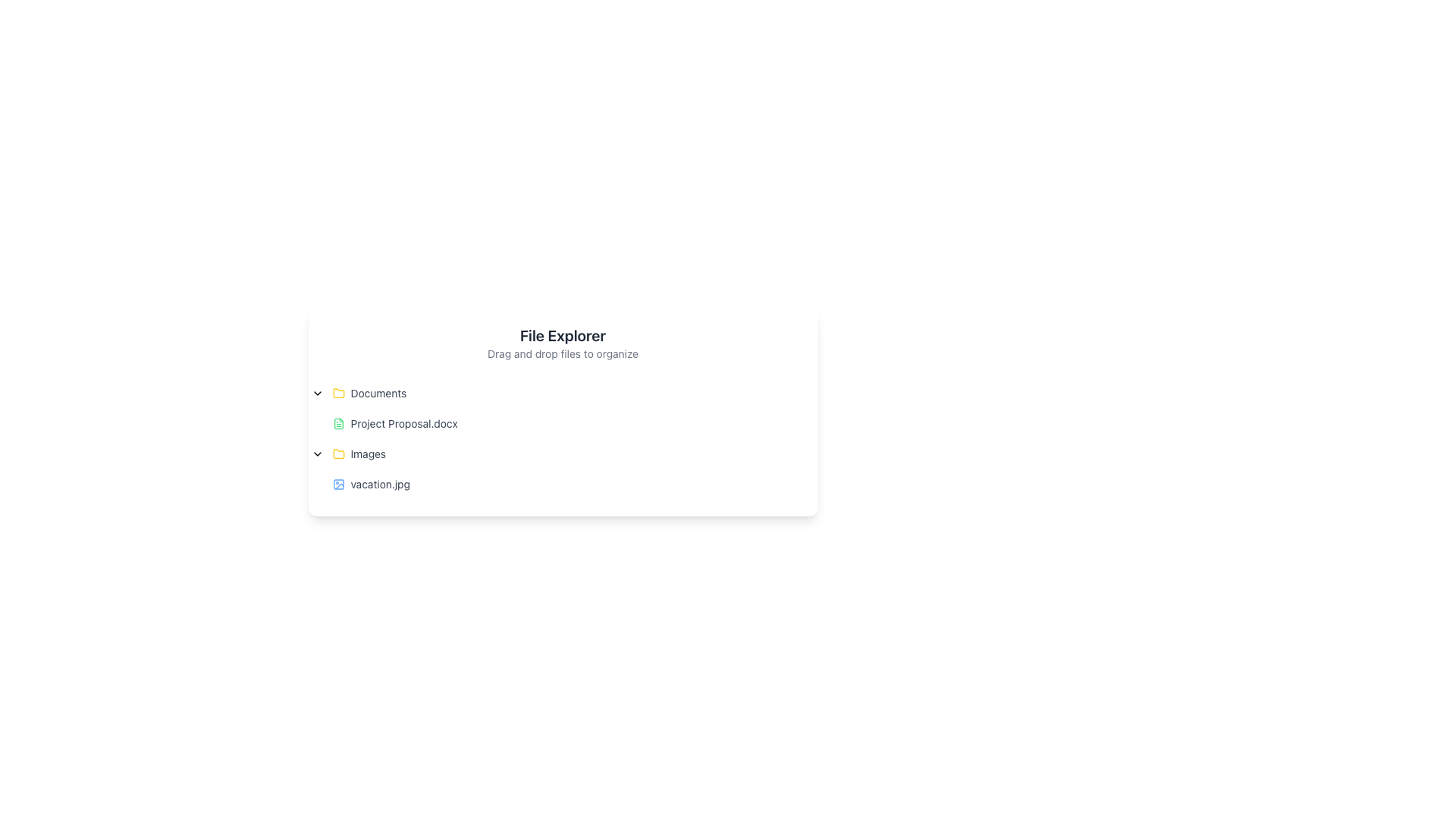  I want to click on the static text label that identifies the name of the file in the file explorer, located immediately after the green file icon in the 'Documents' folder, so click(404, 424).